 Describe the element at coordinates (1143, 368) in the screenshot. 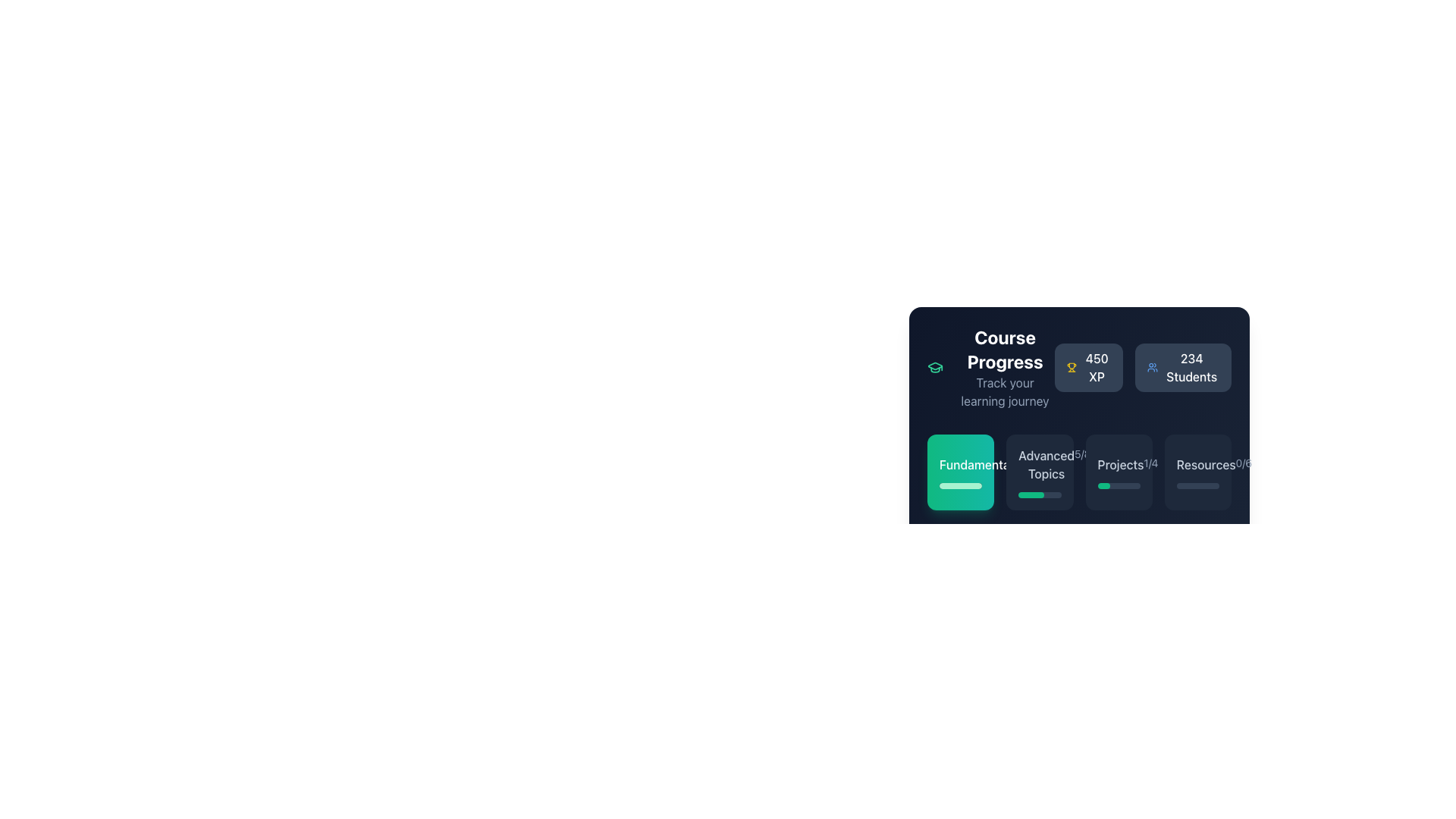

I see `the Information panel in the top-right part of the course progress card that displays '450 XP' and '234 Students'` at that location.